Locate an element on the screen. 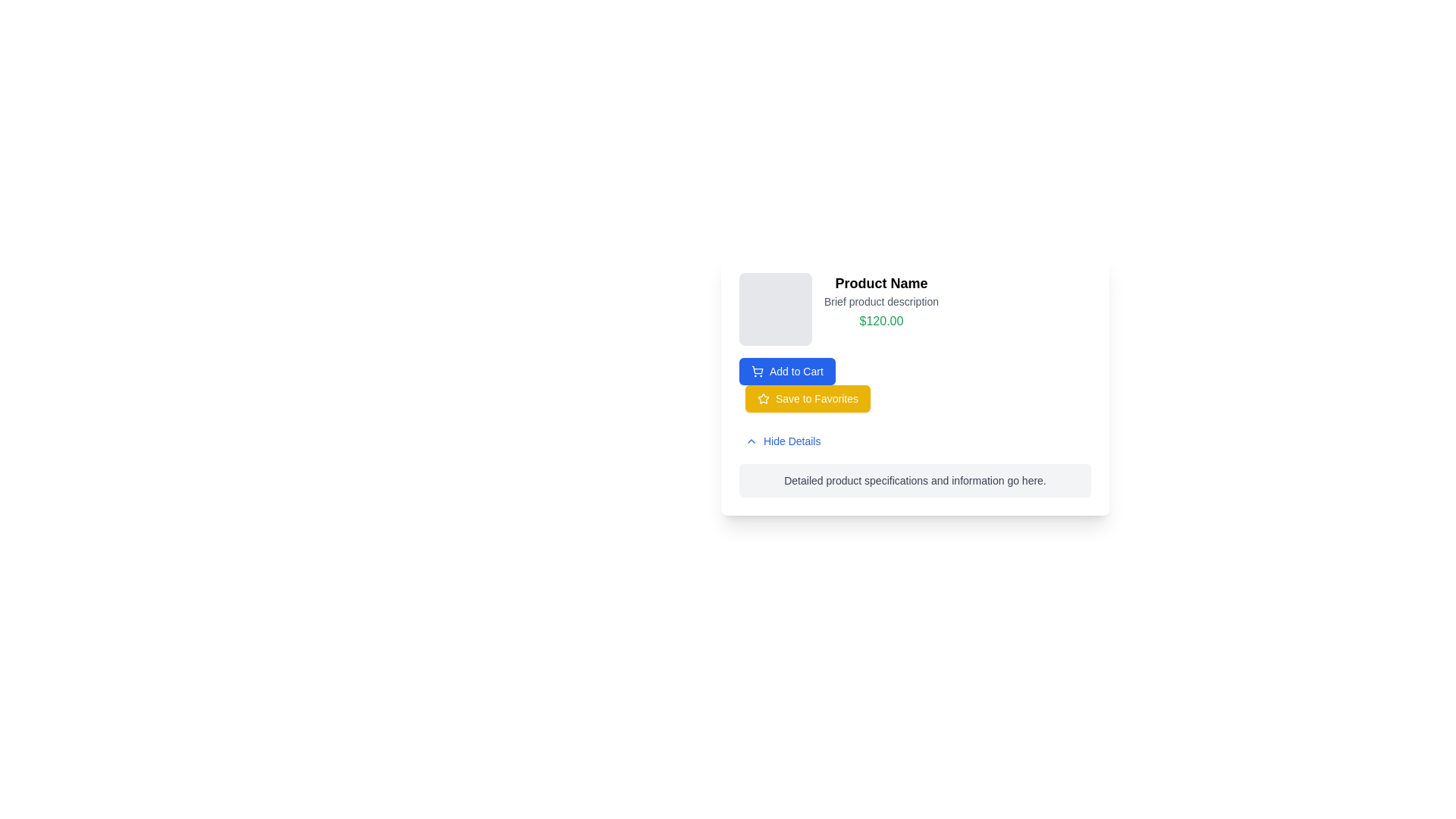 The height and width of the screenshot is (819, 1456). text element that displays 'Brief product description', located below the title 'Product Name' and above the price '$120.00' is located at coordinates (881, 301).